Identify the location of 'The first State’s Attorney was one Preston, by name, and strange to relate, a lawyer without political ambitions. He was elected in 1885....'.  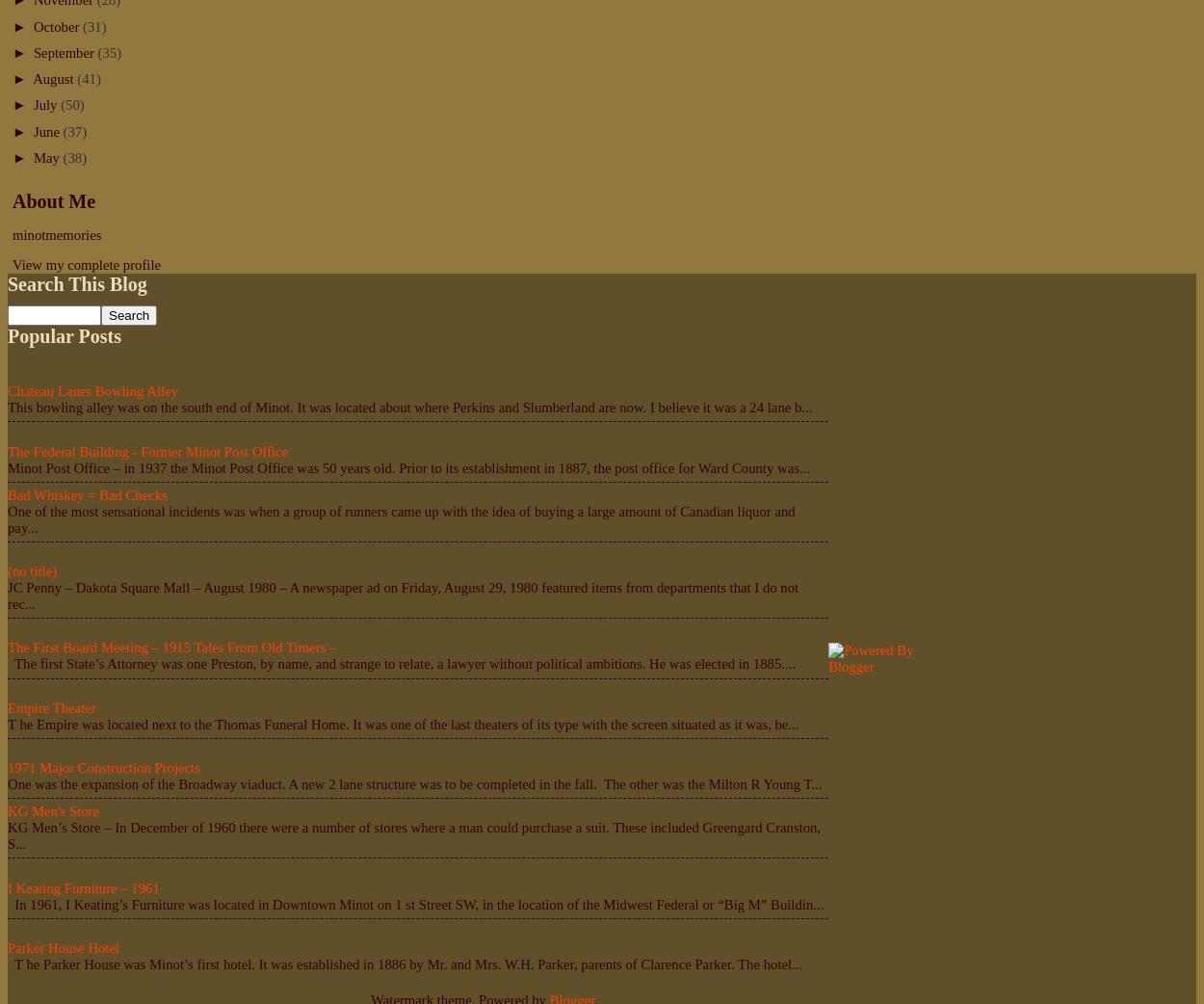
(402, 663).